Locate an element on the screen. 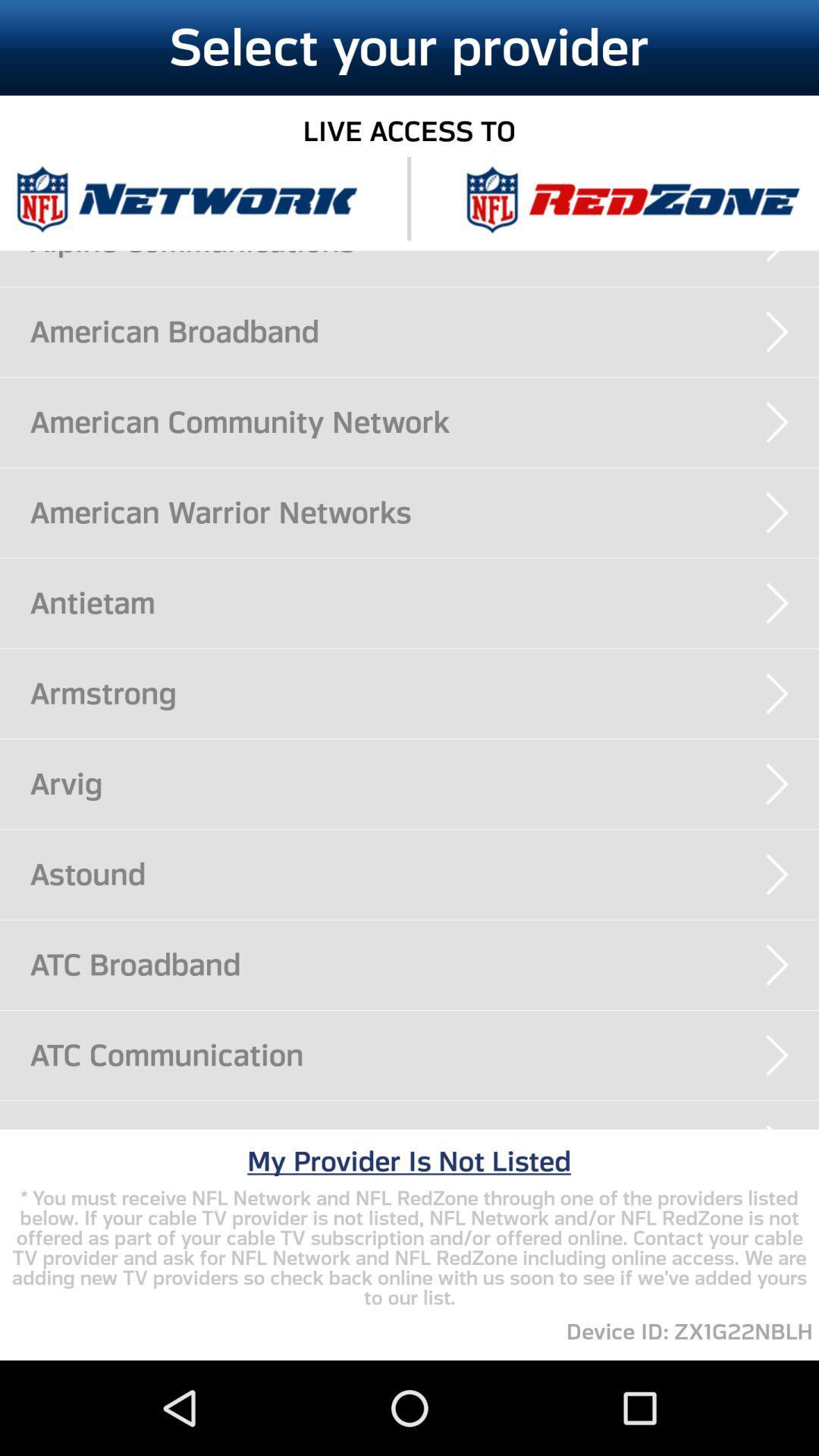  the american community network app is located at coordinates (424, 422).